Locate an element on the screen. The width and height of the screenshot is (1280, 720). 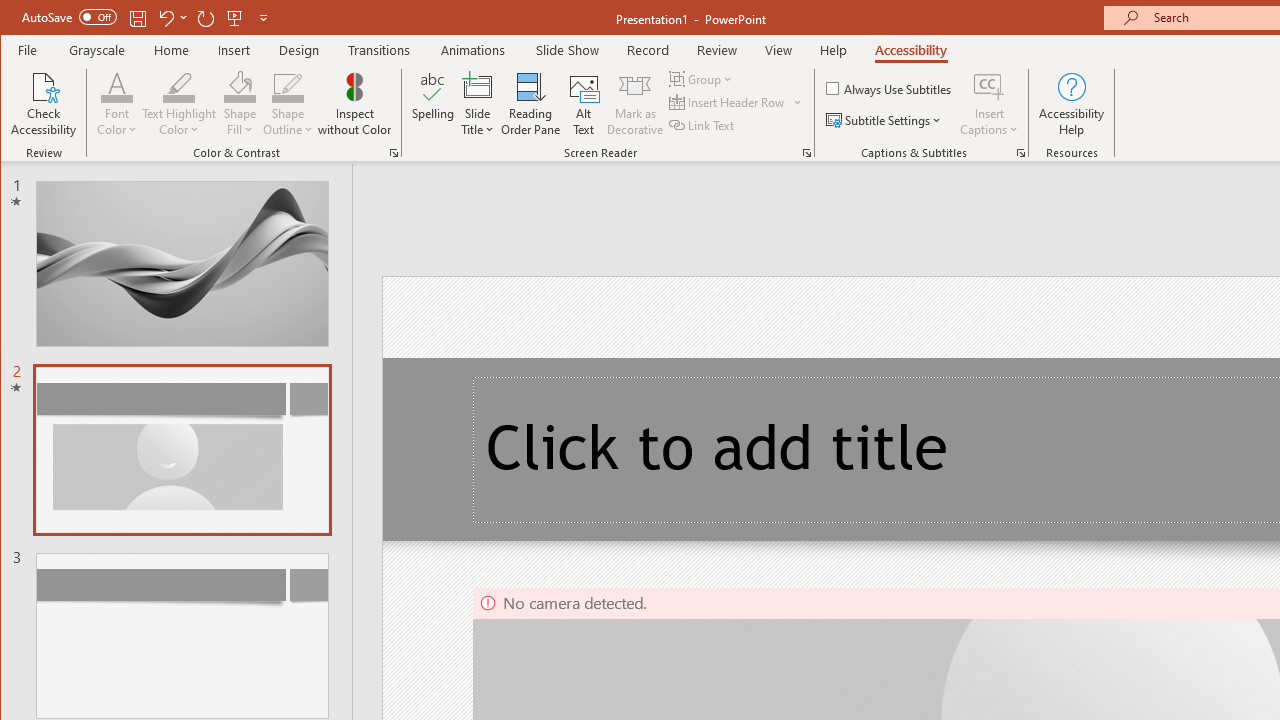
'Check Accessibility' is located at coordinates (44, 104).